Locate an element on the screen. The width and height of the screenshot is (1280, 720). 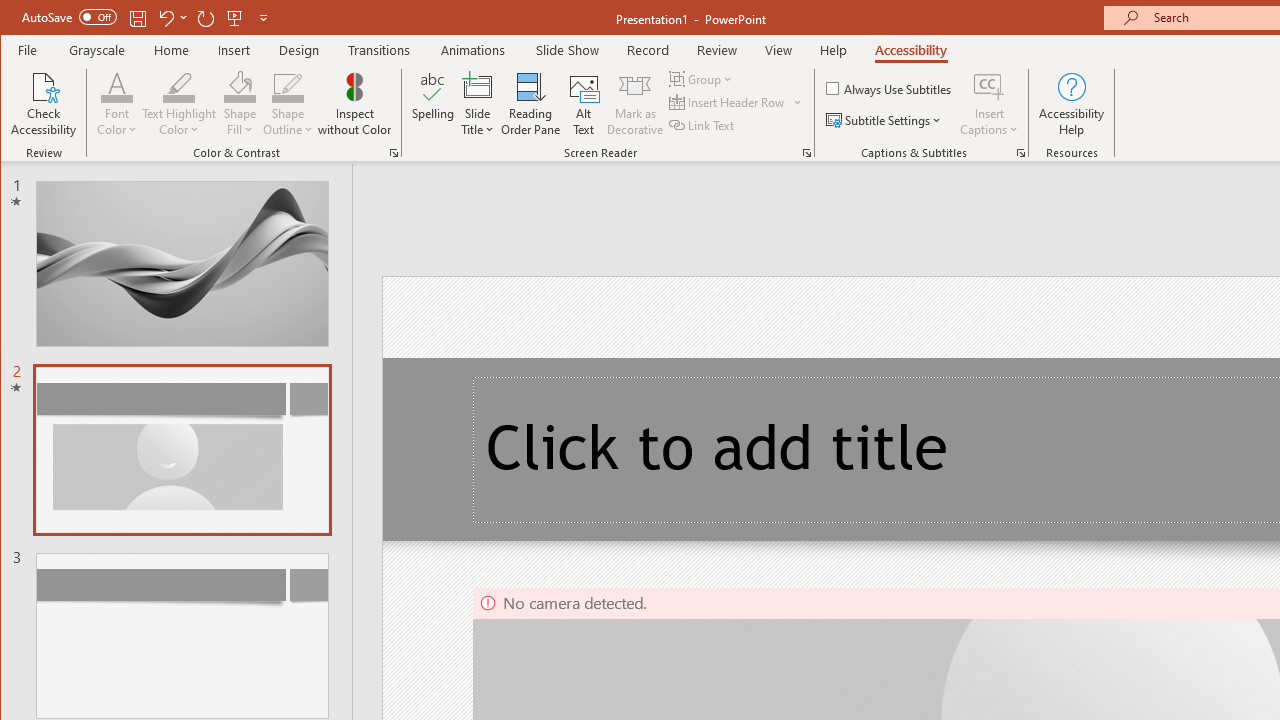
'Check Accessibility' is located at coordinates (44, 104).